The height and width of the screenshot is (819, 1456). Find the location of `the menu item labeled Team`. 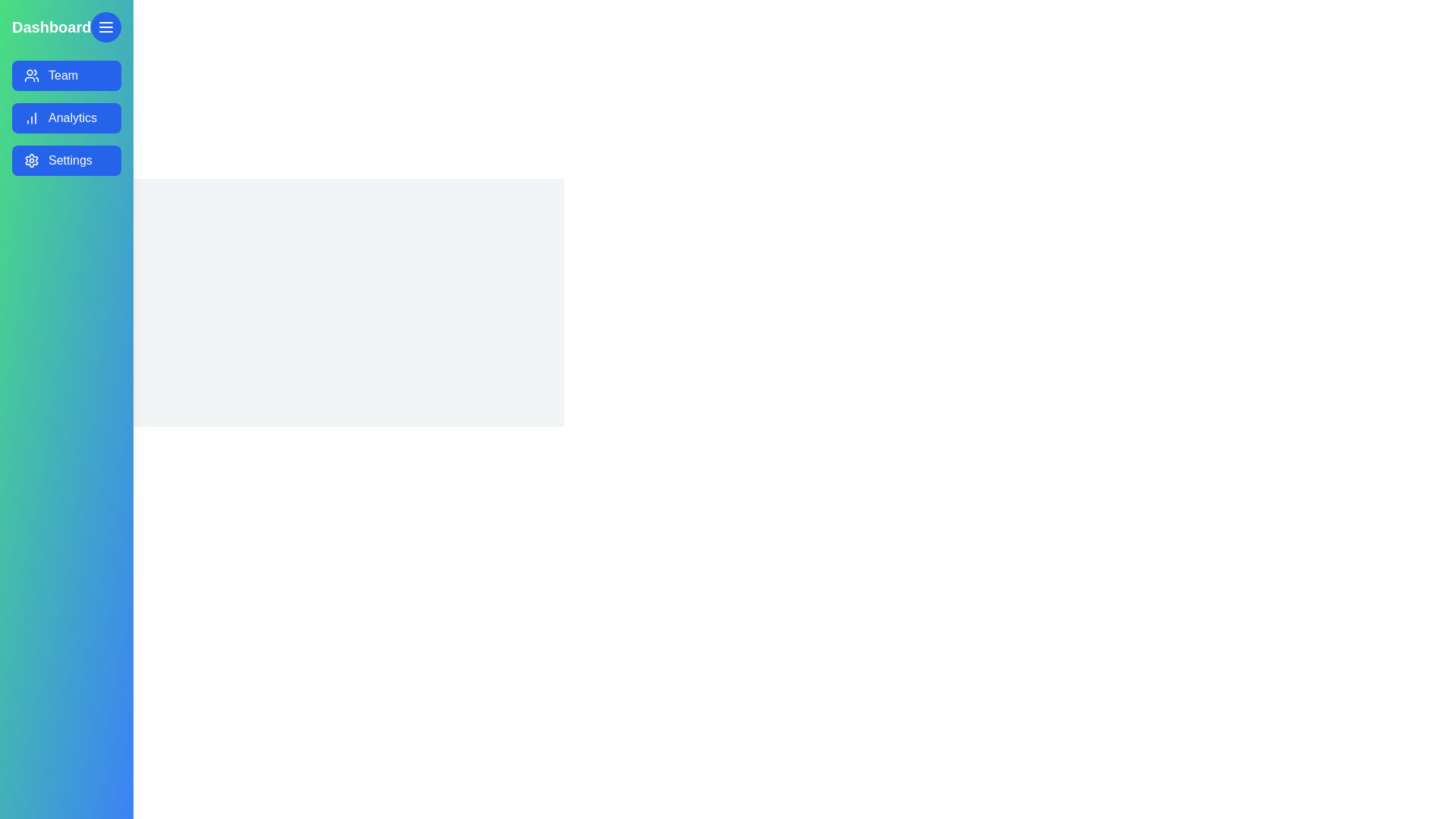

the menu item labeled Team is located at coordinates (66, 76).